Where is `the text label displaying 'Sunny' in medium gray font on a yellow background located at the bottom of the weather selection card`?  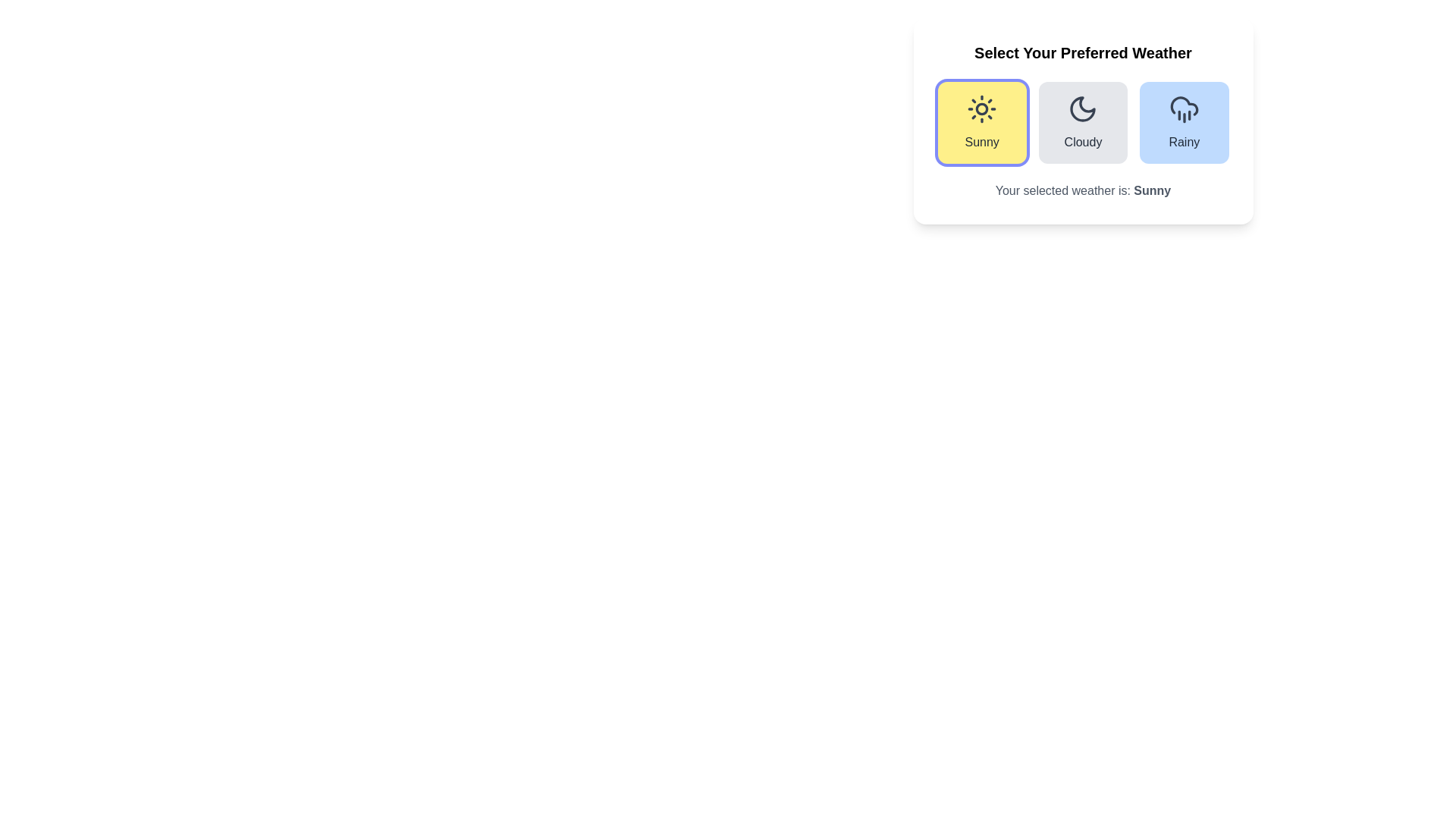 the text label displaying 'Sunny' in medium gray font on a yellow background located at the bottom of the weather selection card is located at coordinates (982, 143).